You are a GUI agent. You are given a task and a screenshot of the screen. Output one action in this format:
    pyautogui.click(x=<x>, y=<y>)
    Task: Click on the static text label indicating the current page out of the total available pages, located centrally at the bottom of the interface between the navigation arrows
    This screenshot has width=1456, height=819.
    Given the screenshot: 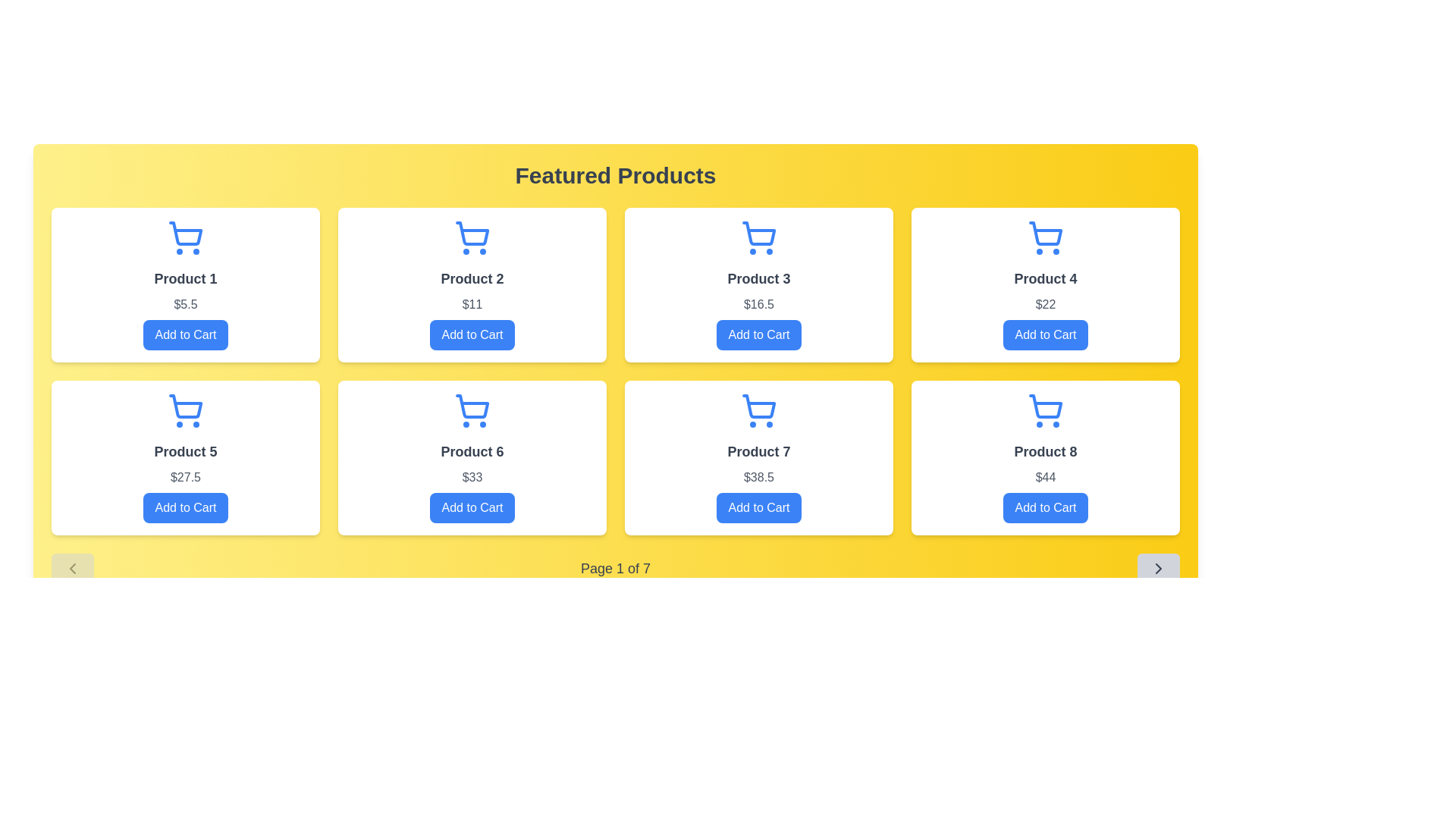 What is the action you would take?
    pyautogui.click(x=615, y=568)
    